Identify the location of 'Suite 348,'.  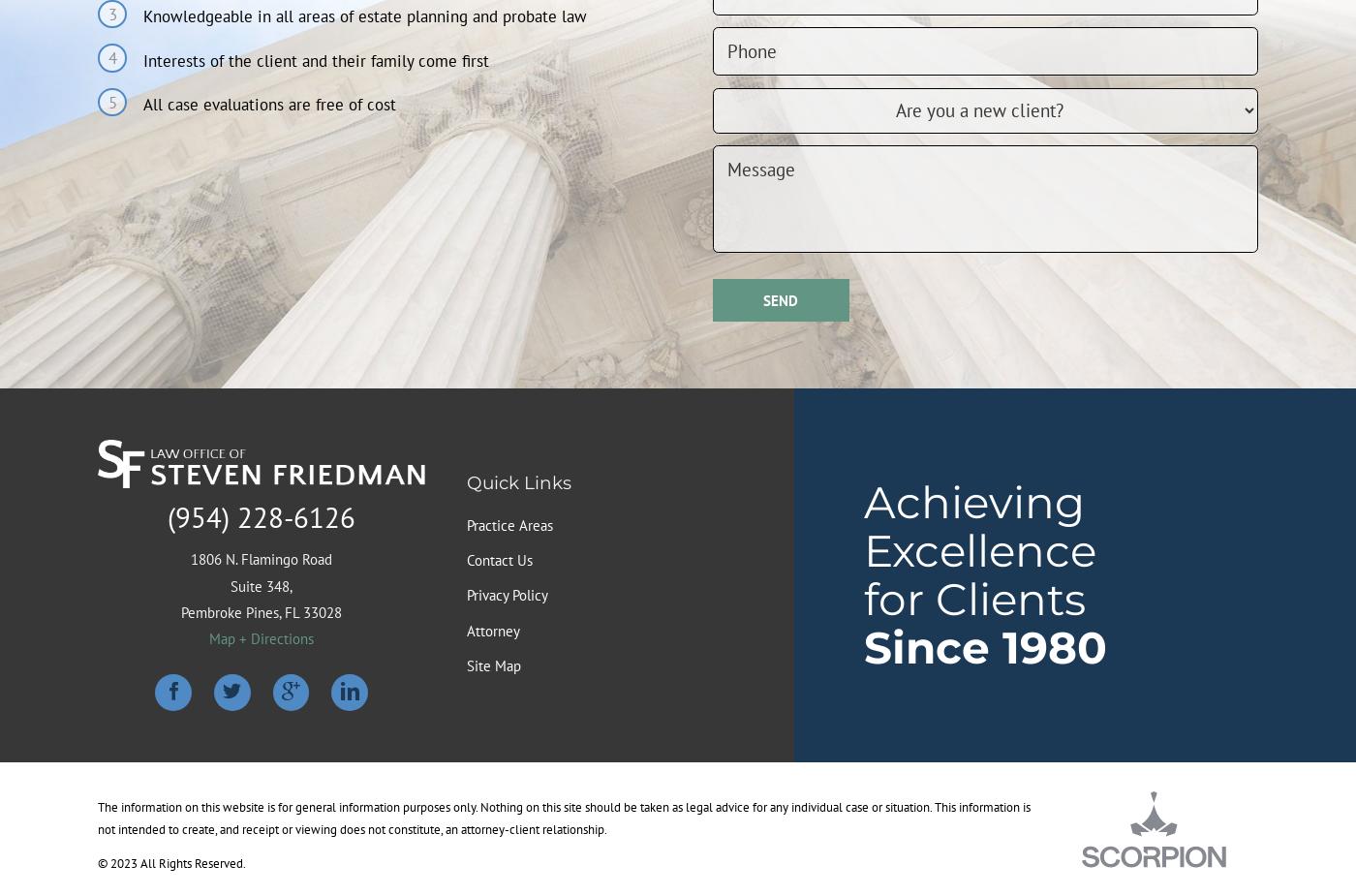
(262, 585).